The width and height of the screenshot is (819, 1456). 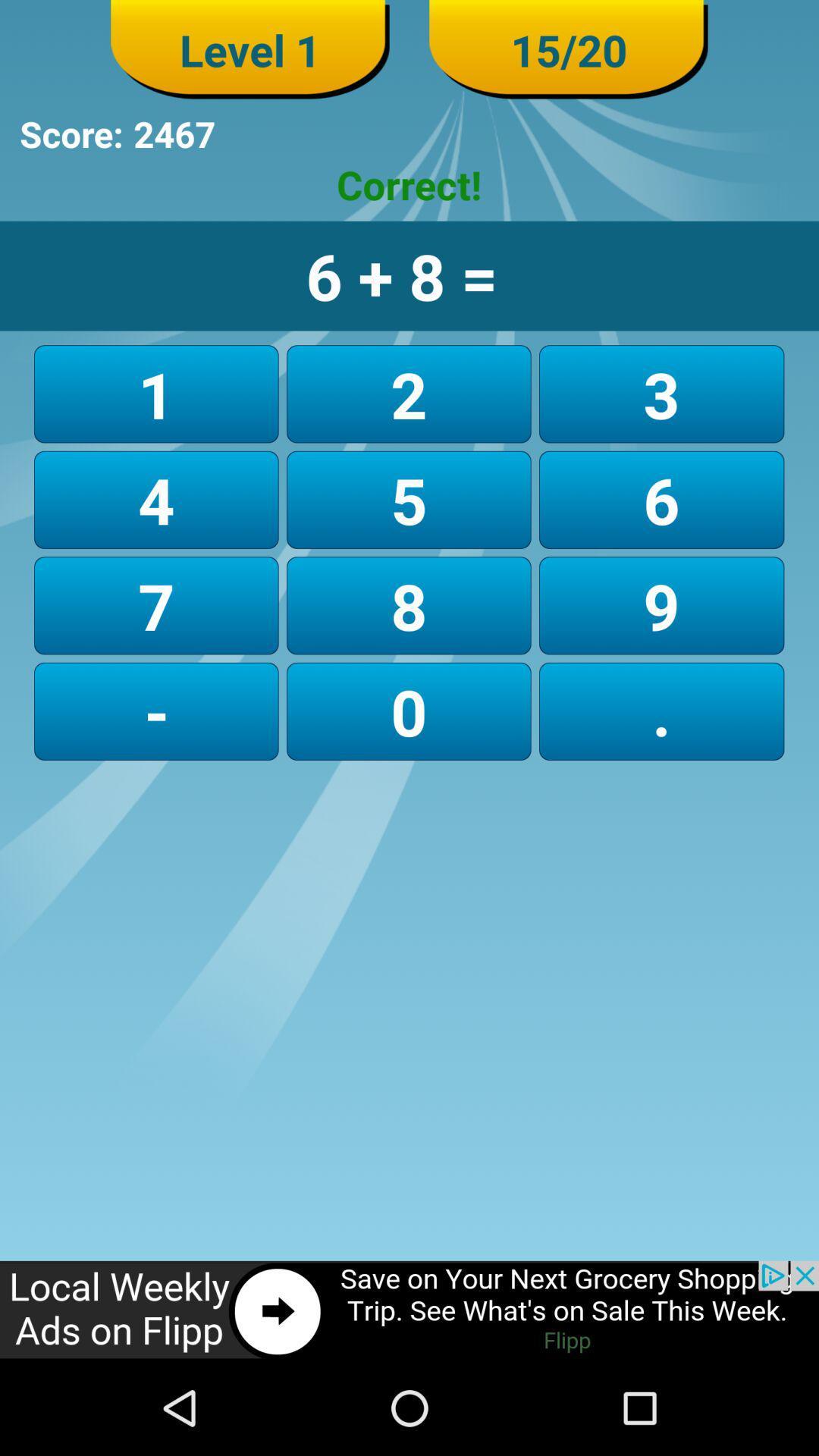 What do you see at coordinates (661, 394) in the screenshot?
I see `button next to the 2 icon` at bounding box center [661, 394].